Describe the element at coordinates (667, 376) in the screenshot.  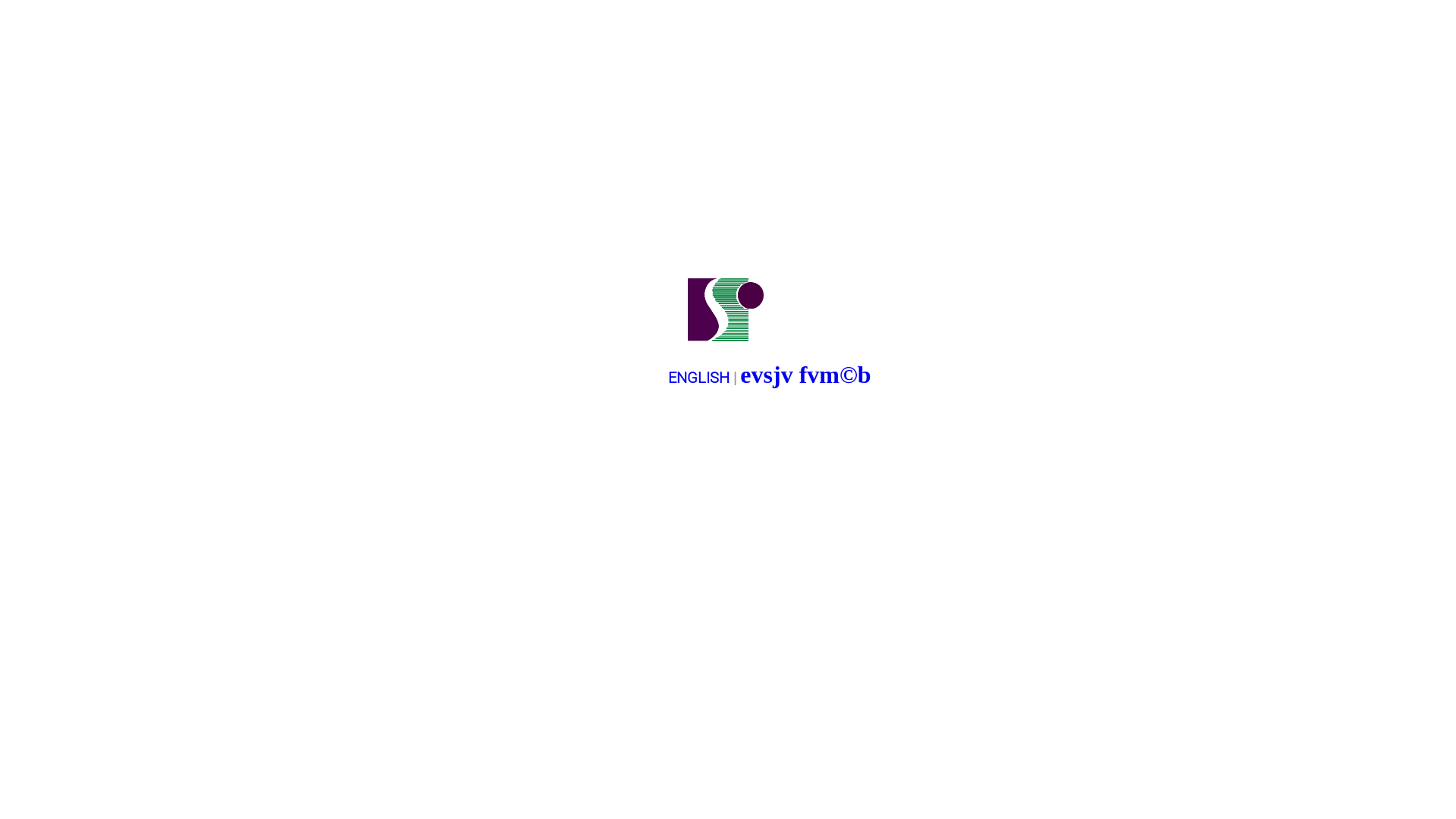
I see `'ENGLISH'` at that location.